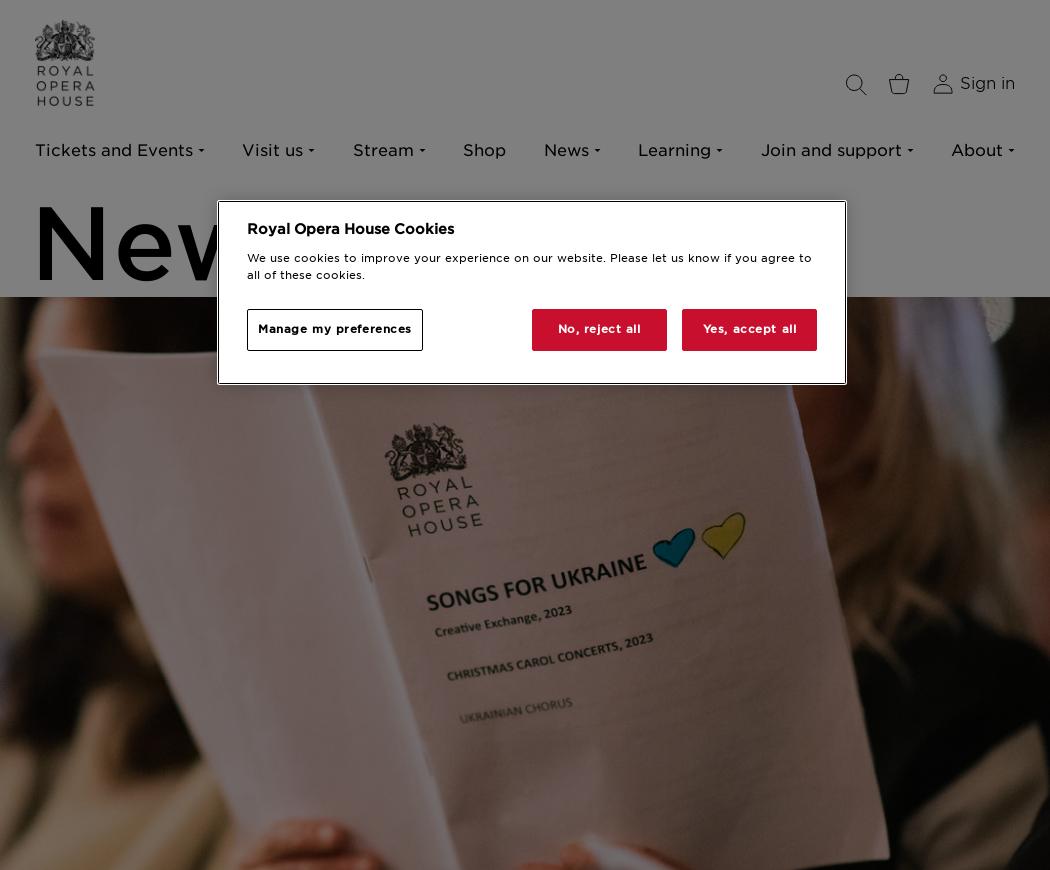 The image size is (1050, 870). What do you see at coordinates (561, 269) in the screenshot?
I see `'Archive and Collections'` at bounding box center [561, 269].